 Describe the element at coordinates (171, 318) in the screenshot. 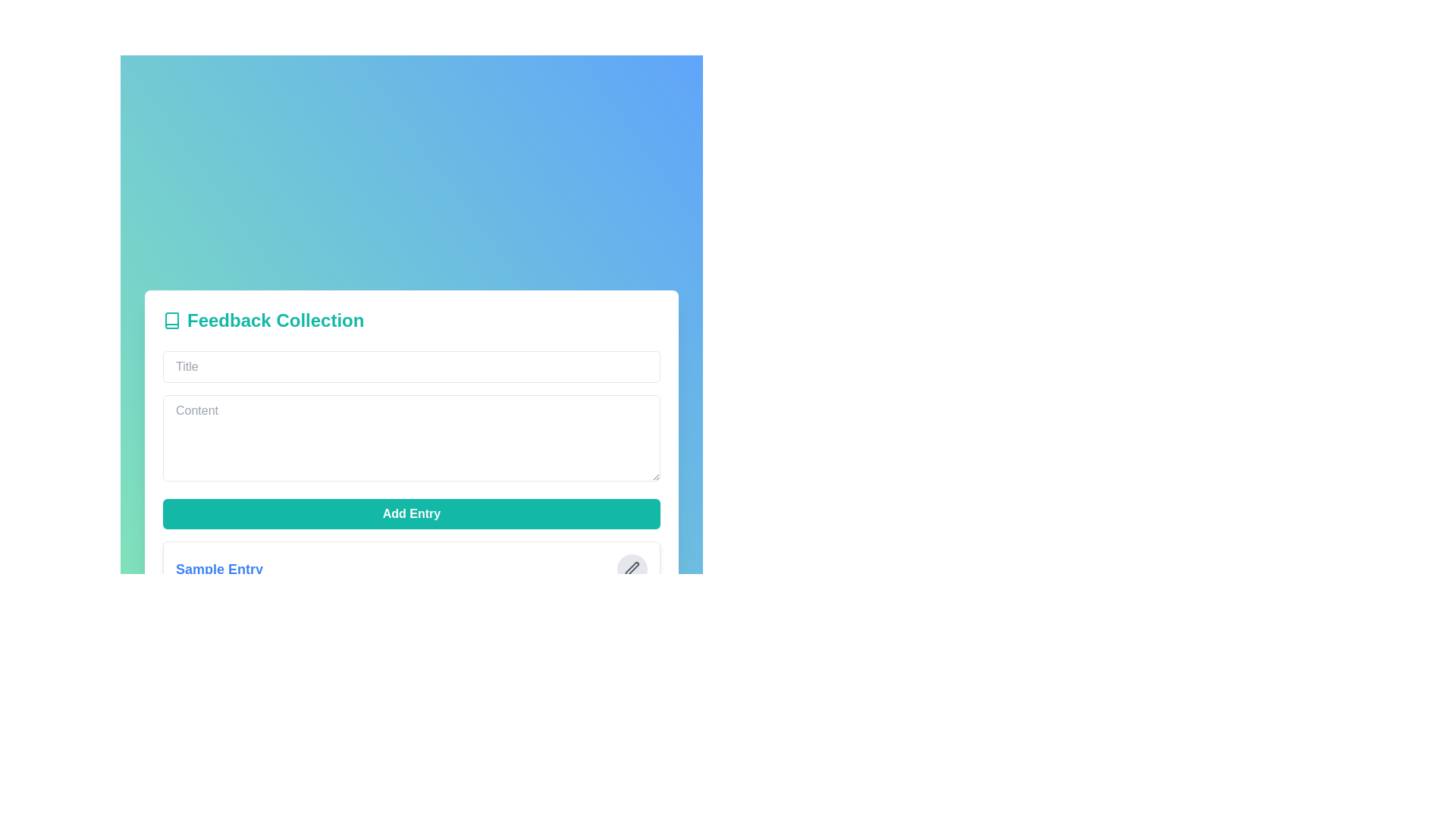

I see `the icon located at the top left of the 'Feedback Collection' section, which symbolizes documentation or records` at that location.